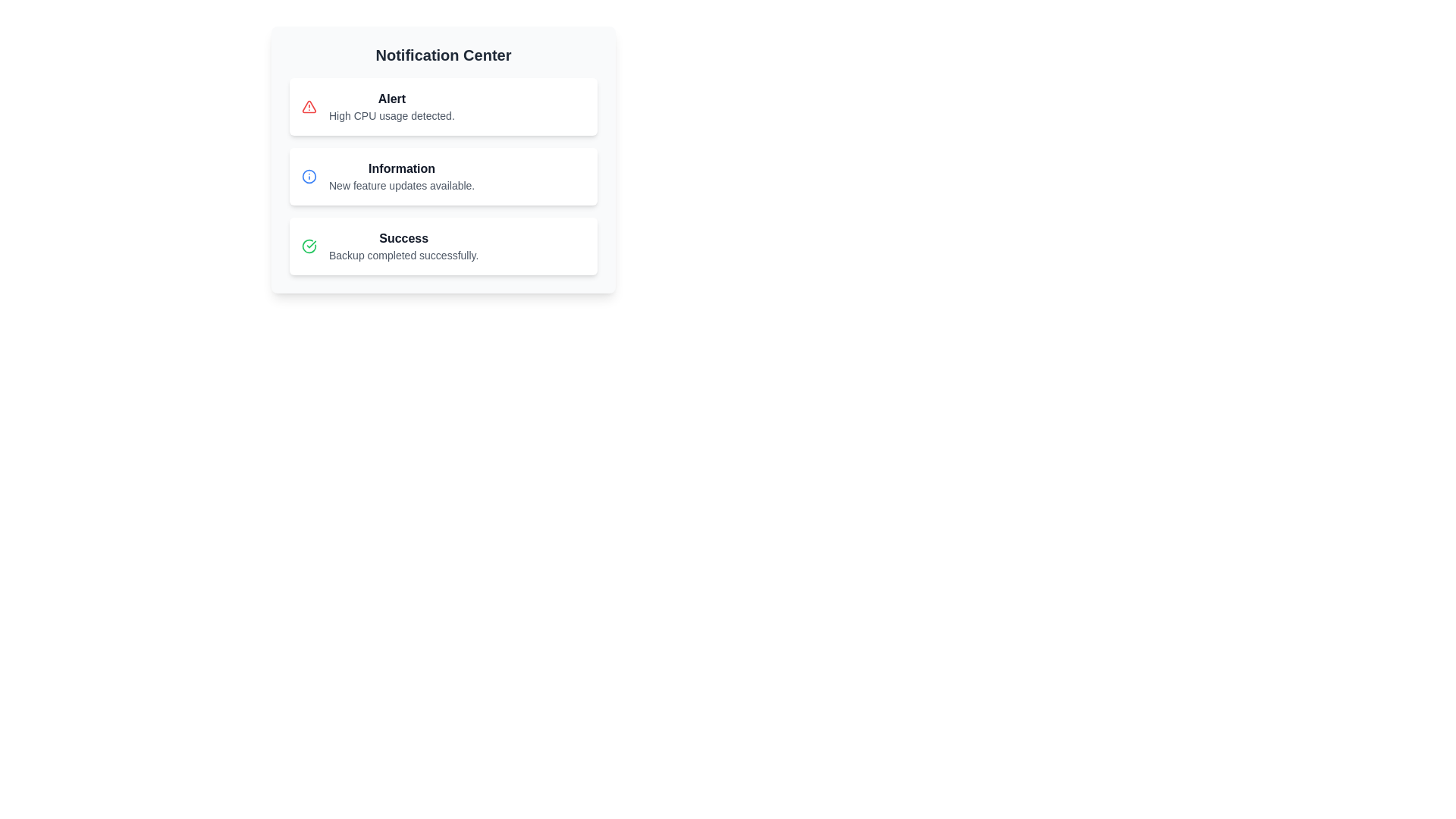 This screenshot has height=819, width=1456. I want to click on the third notification in the 'Notification Center' panel that indicates a successful backup operation, positioned below the 'Information' notification, so click(403, 245).